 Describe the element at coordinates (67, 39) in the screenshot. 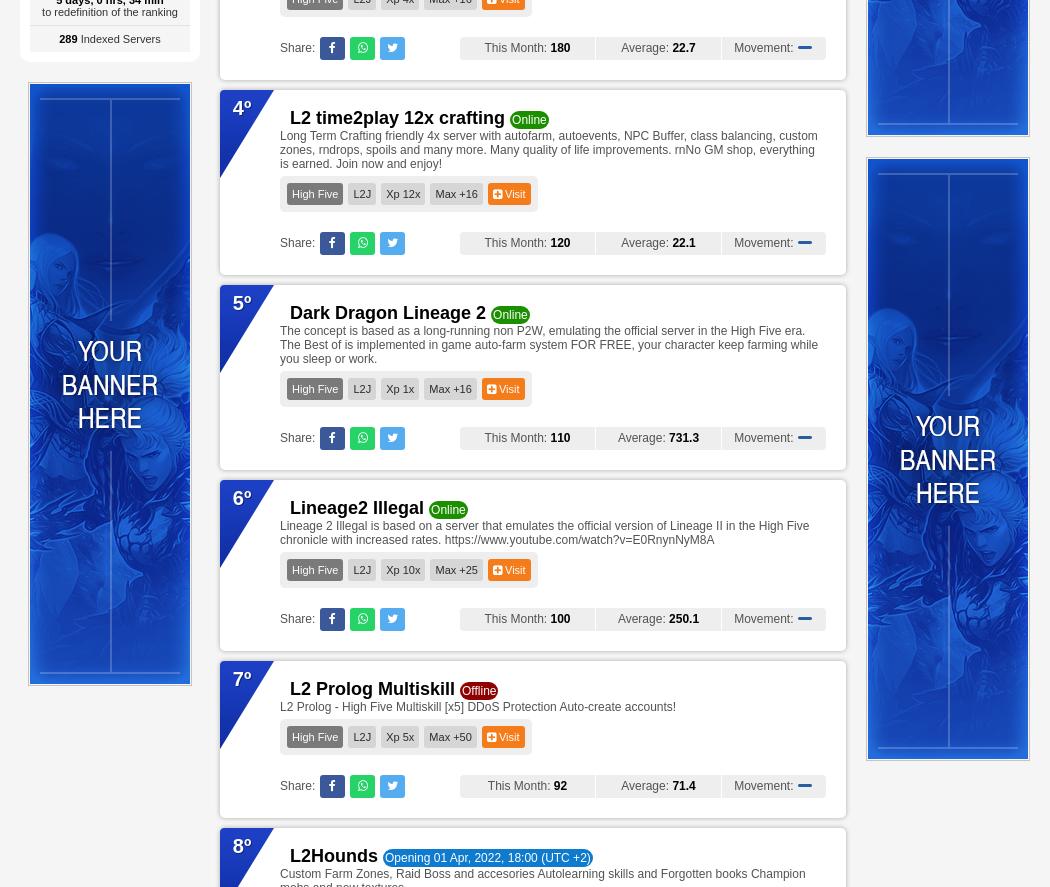

I see `'289'` at that location.